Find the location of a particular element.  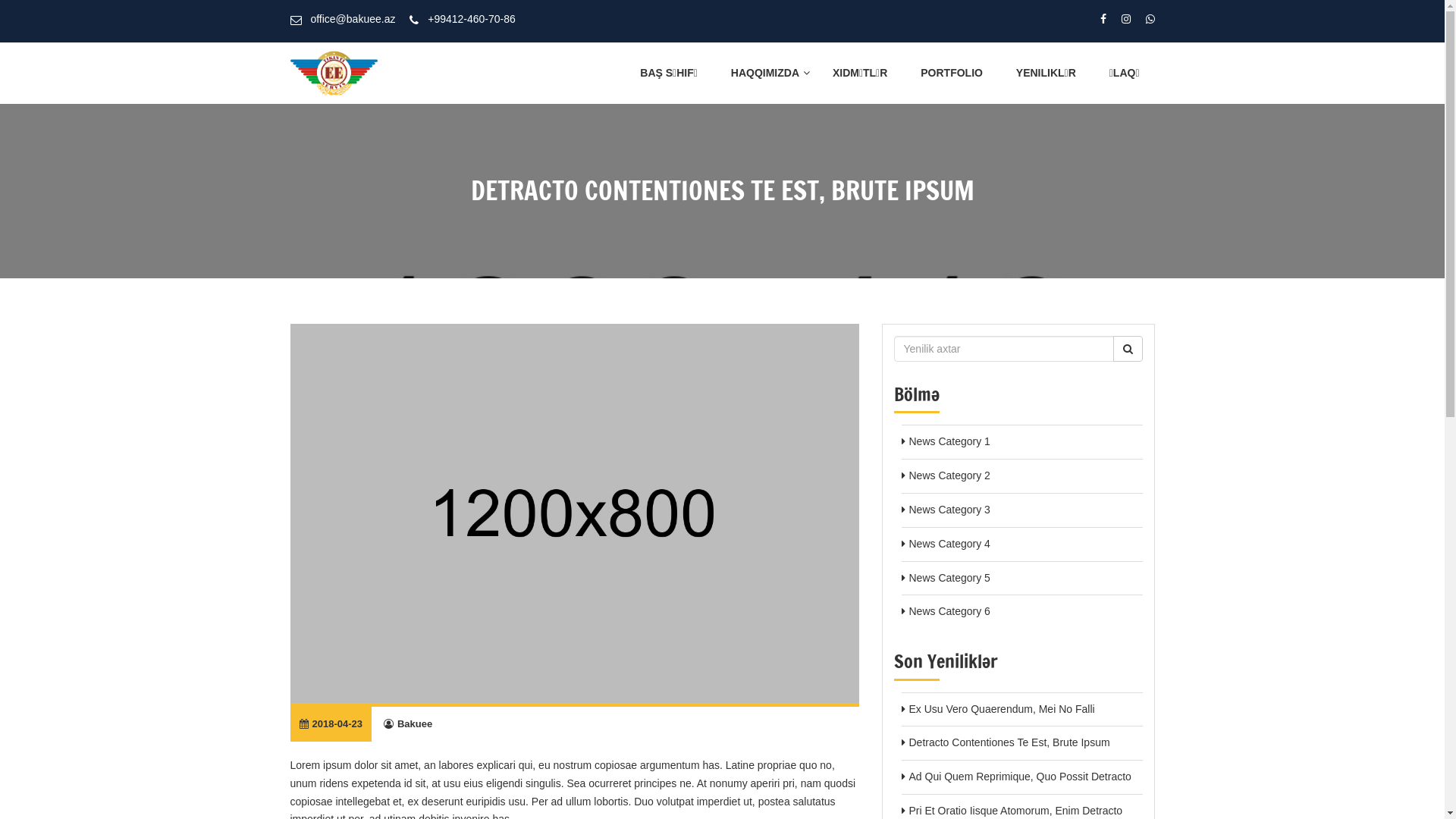

'News Category 1' is located at coordinates (908, 441).